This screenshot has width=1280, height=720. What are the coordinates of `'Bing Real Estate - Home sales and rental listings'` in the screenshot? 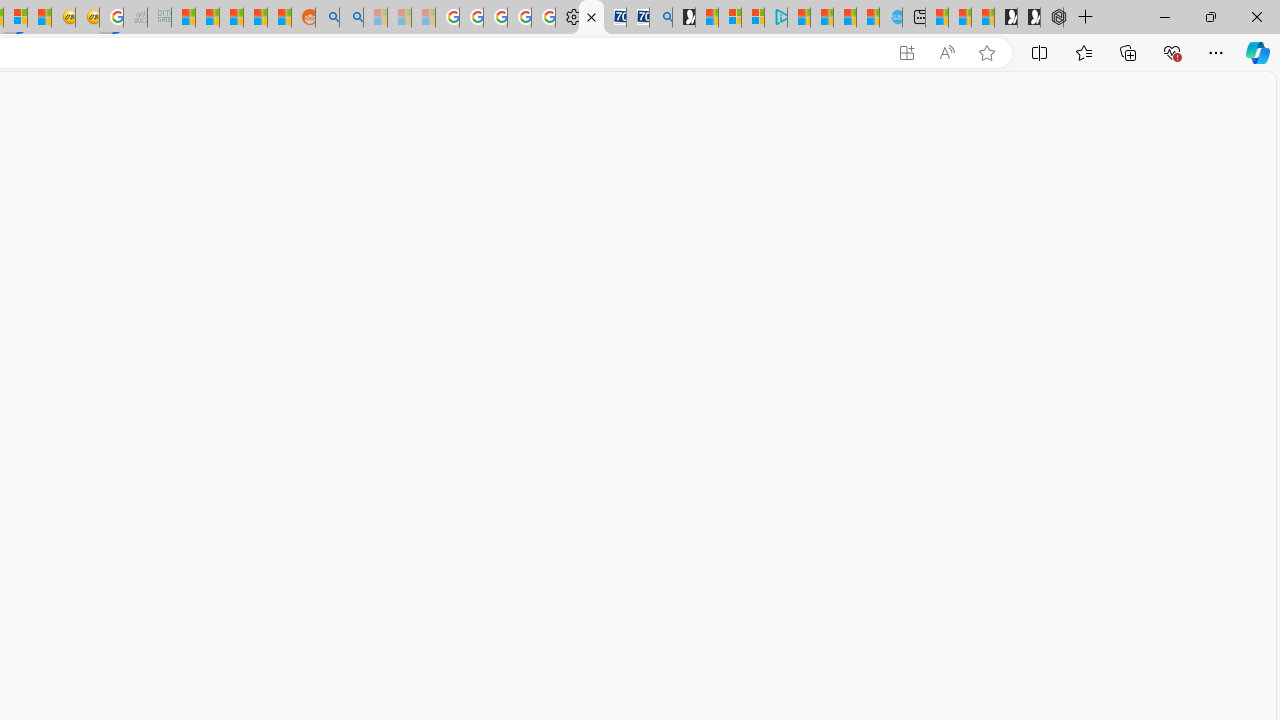 It's located at (661, 17).